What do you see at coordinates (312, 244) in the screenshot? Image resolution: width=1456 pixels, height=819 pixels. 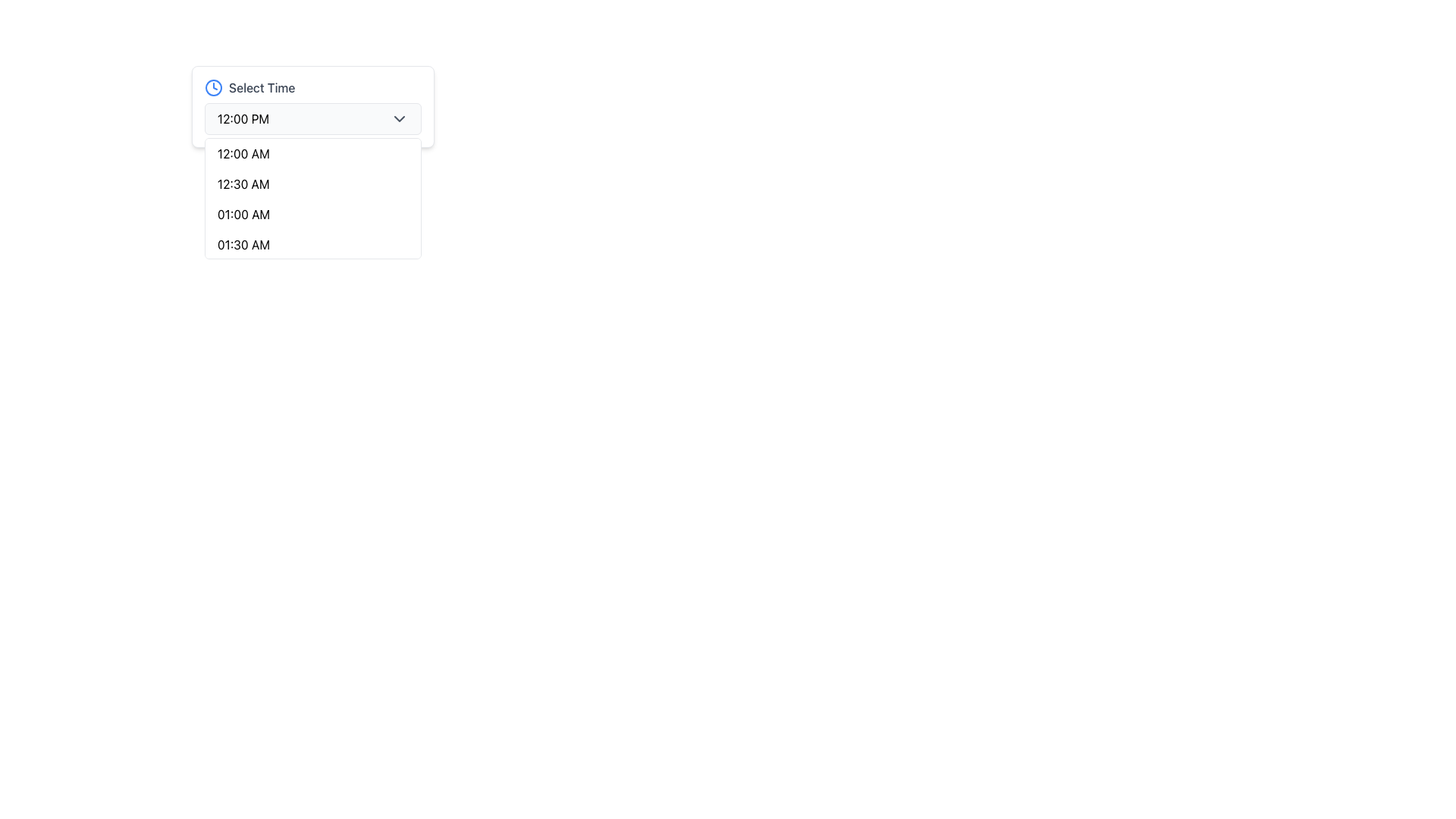 I see `the fourth option in the dropdown menu` at bounding box center [312, 244].